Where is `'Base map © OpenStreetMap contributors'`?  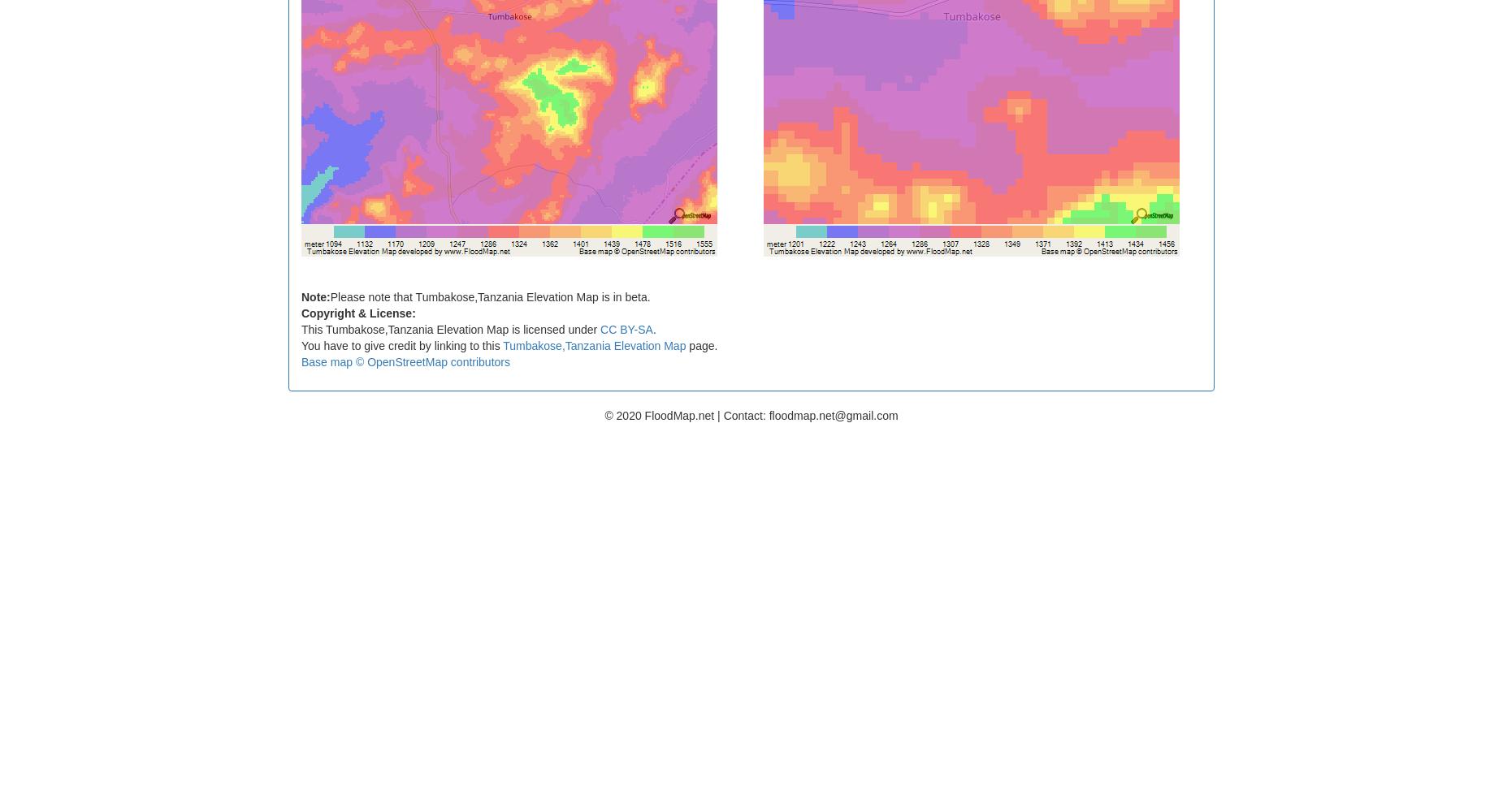 'Base map © OpenStreetMap contributors' is located at coordinates (405, 361).